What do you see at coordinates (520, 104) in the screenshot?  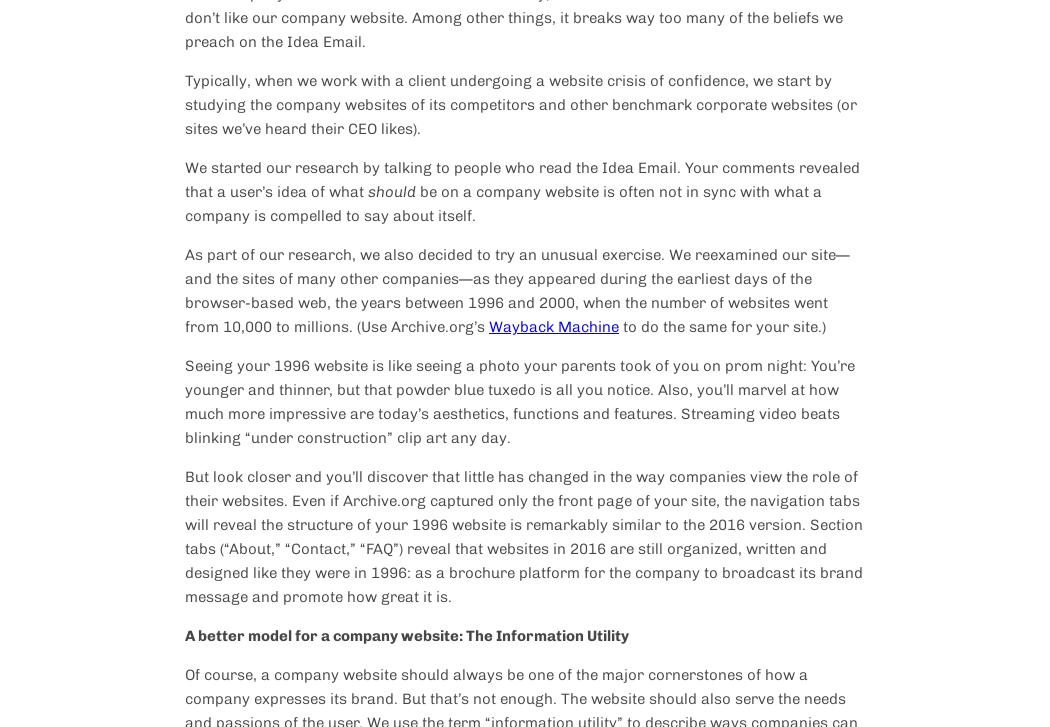 I see `'Typically, when we work with a client undergoing a website crisis of confidence, we start by studying the company websites of its competitors and other benchmark corporate websites (or sites we’ve heard their CEO likes).'` at bounding box center [520, 104].